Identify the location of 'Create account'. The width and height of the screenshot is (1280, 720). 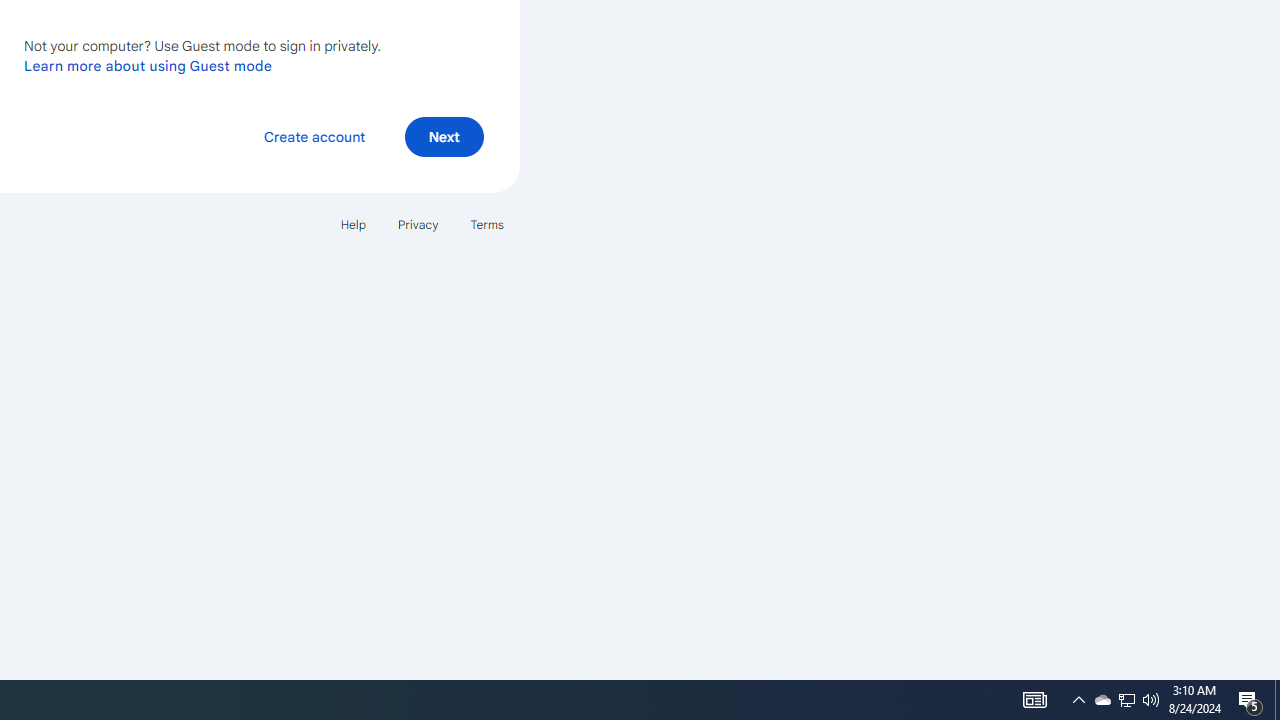
(313, 135).